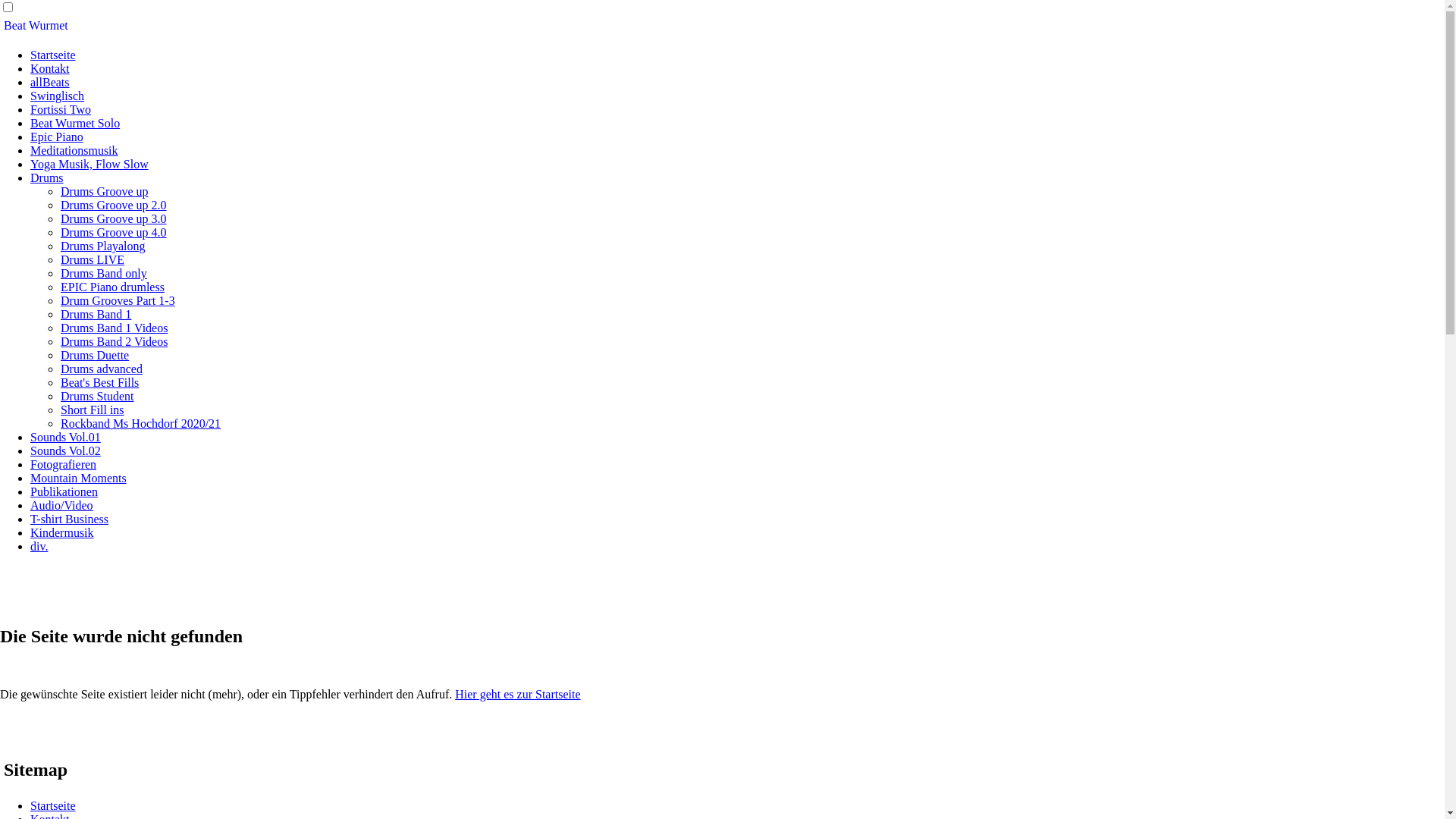 The image size is (1456, 819). I want to click on 'Drums', so click(30, 177).